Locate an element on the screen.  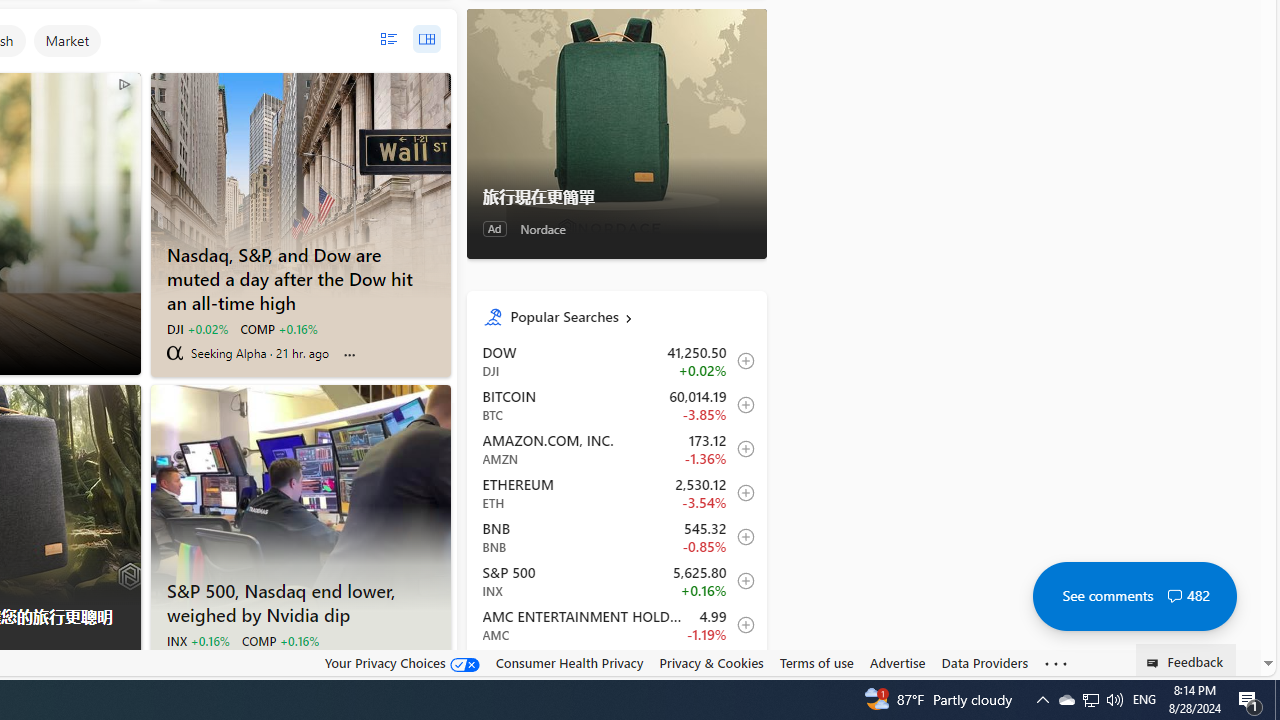
'Ad' is located at coordinates (494, 227).